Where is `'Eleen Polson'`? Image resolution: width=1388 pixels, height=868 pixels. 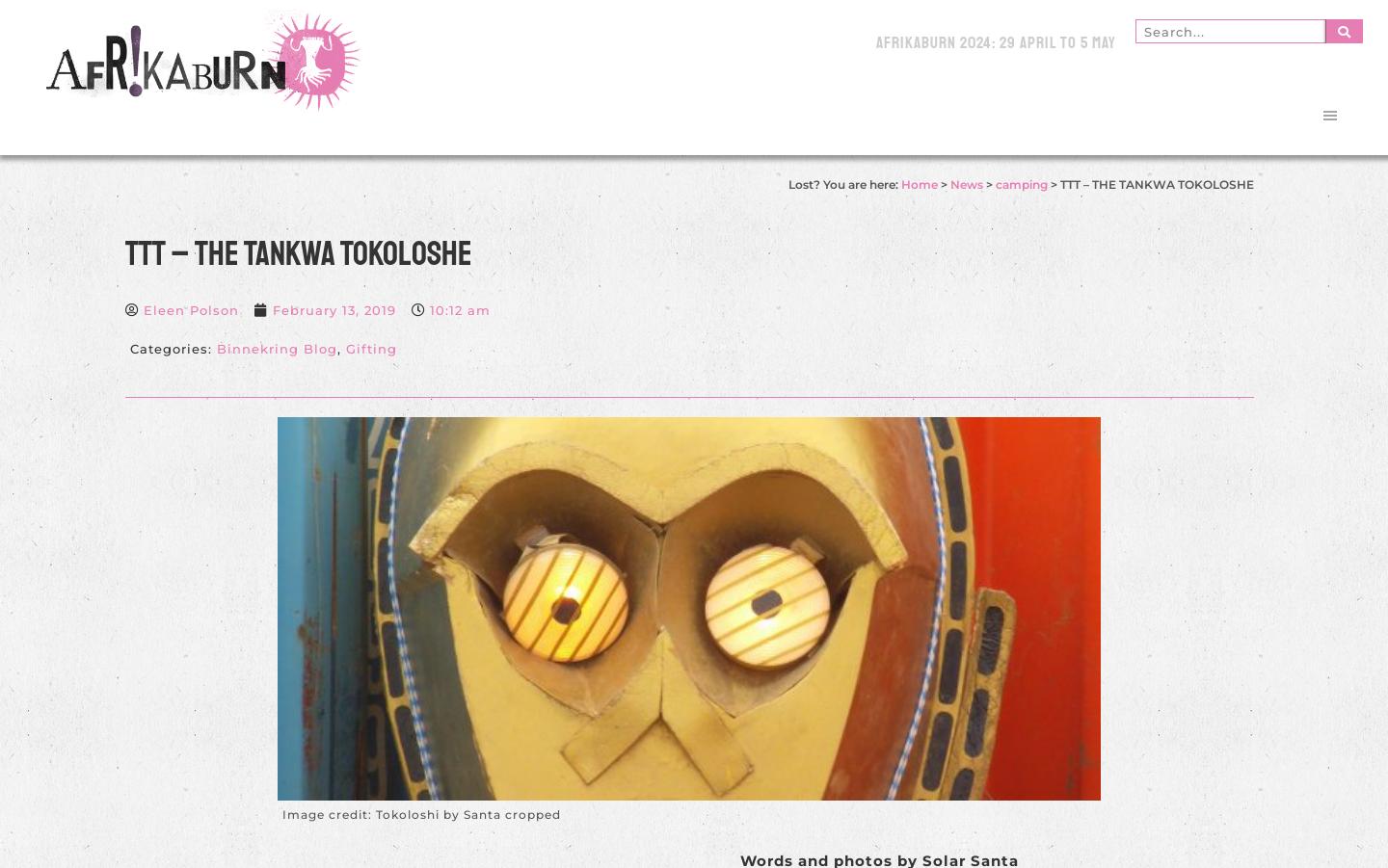
'Eleen Polson' is located at coordinates (190, 310).